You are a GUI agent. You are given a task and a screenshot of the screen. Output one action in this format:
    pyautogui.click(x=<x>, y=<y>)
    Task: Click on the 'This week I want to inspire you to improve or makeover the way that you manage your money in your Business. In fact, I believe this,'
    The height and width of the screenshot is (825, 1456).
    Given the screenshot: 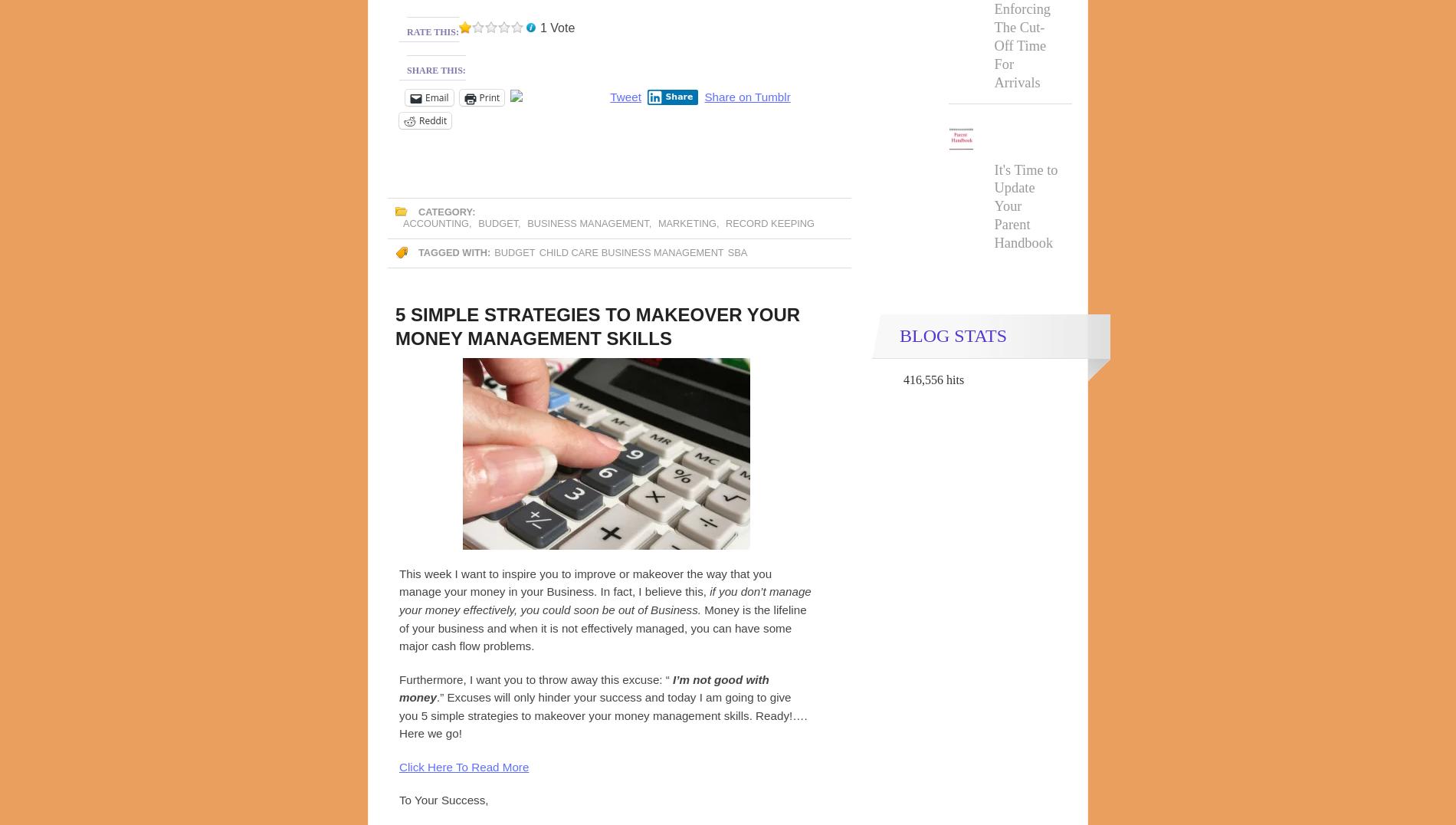 What is the action you would take?
    pyautogui.click(x=398, y=581)
    